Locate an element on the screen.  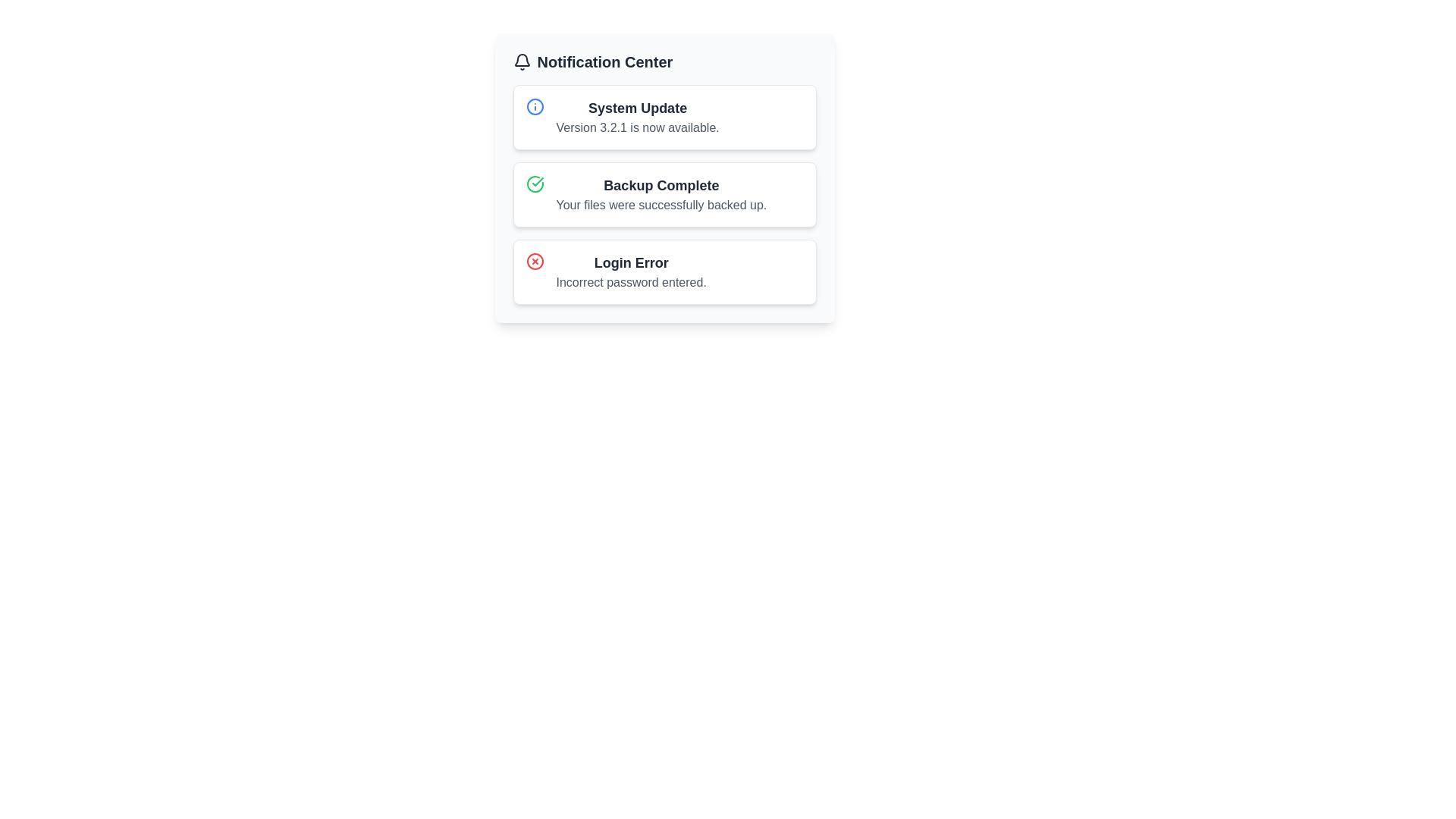
the 'System Update' text label, which is prominently displayed in bold at the top of the notification block in the Notification Center is located at coordinates (638, 107).